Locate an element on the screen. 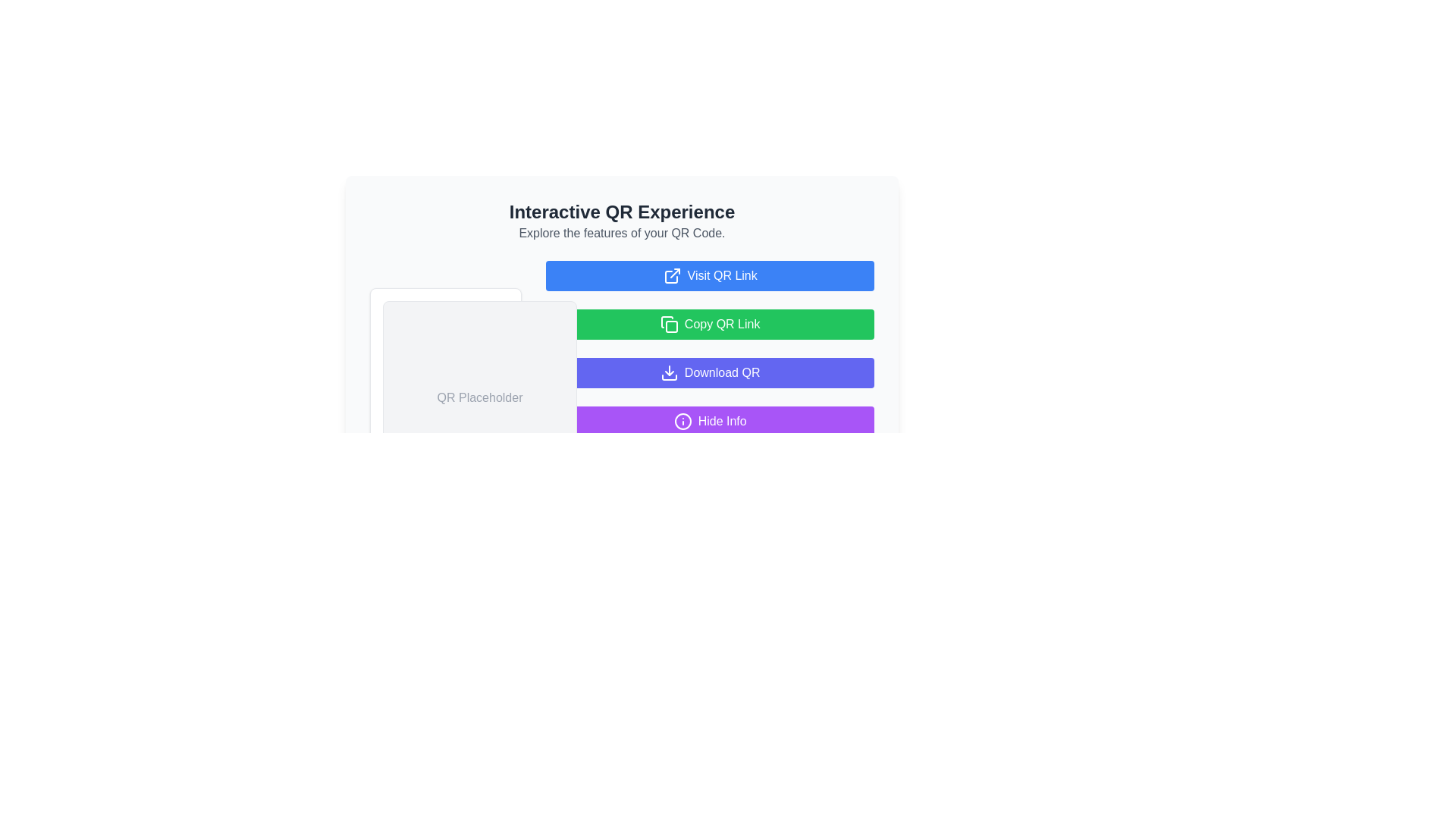  the button located at the bottom of the vertical sequence of buttons in the 'Interactive QR Experience' module is located at coordinates (709, 421).